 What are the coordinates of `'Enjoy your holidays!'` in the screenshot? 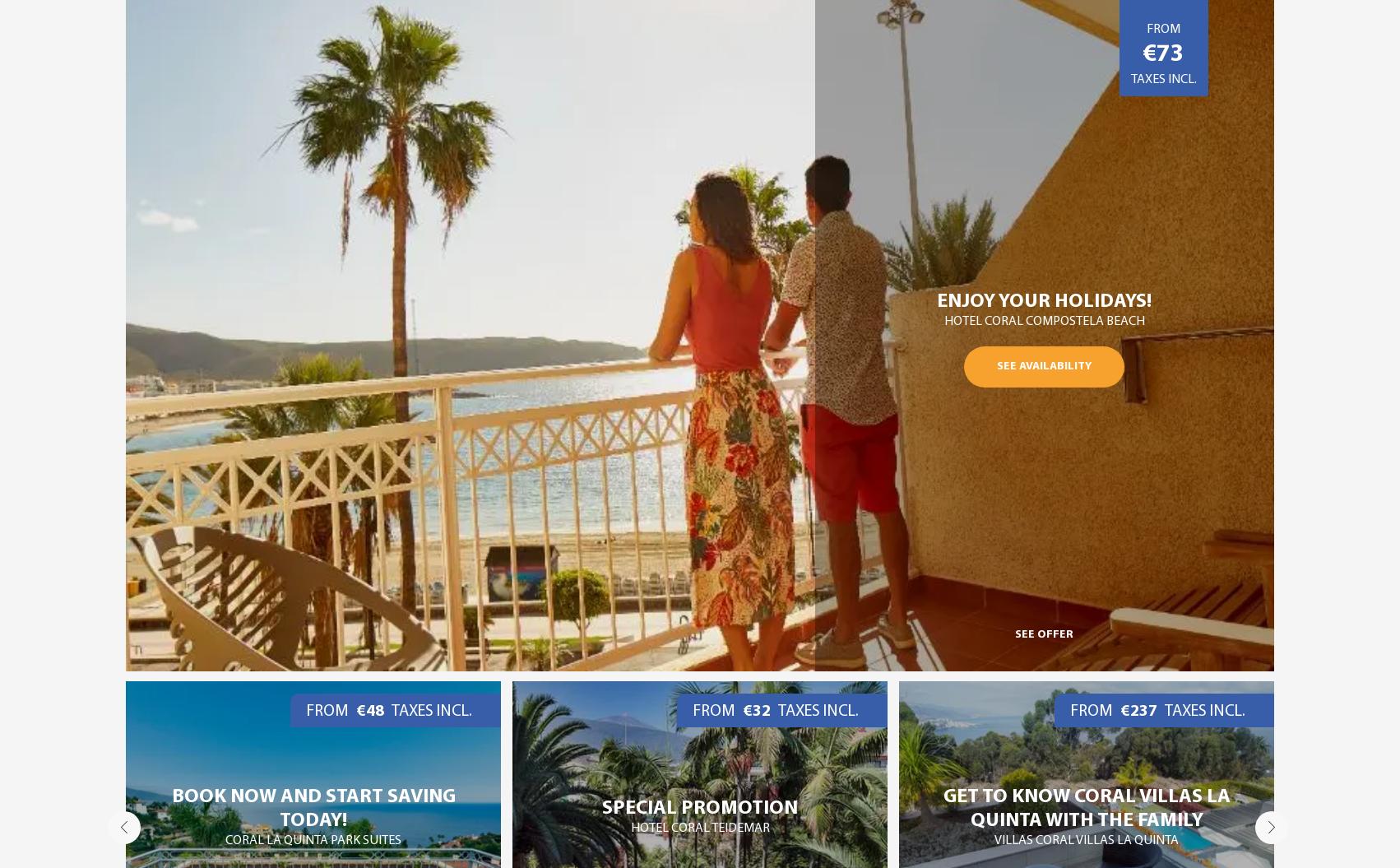 It's located at (1044, 300).